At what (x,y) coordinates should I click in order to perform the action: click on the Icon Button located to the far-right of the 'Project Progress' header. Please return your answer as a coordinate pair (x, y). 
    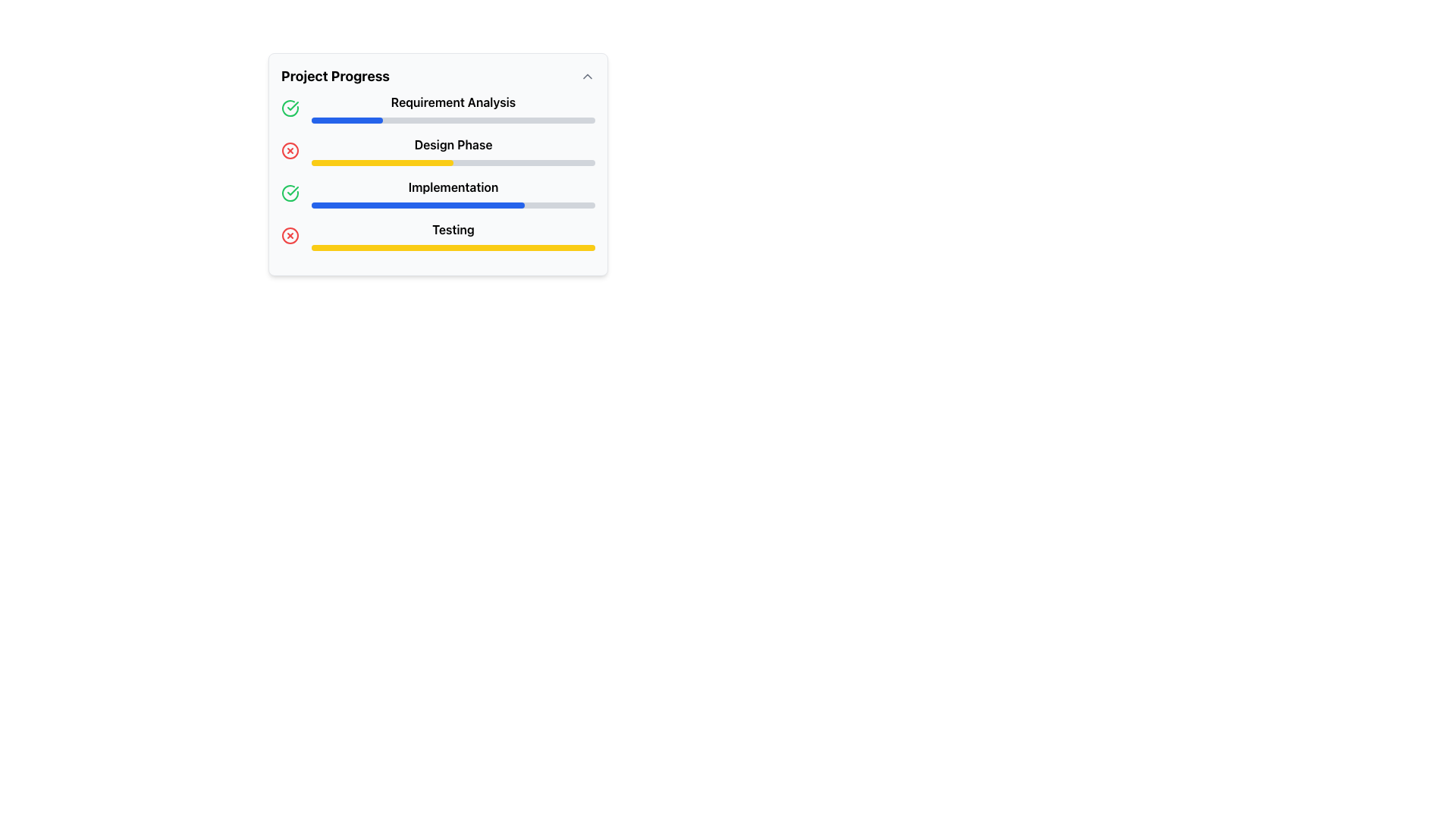
    Looking at the image, I should click on (586, 76).